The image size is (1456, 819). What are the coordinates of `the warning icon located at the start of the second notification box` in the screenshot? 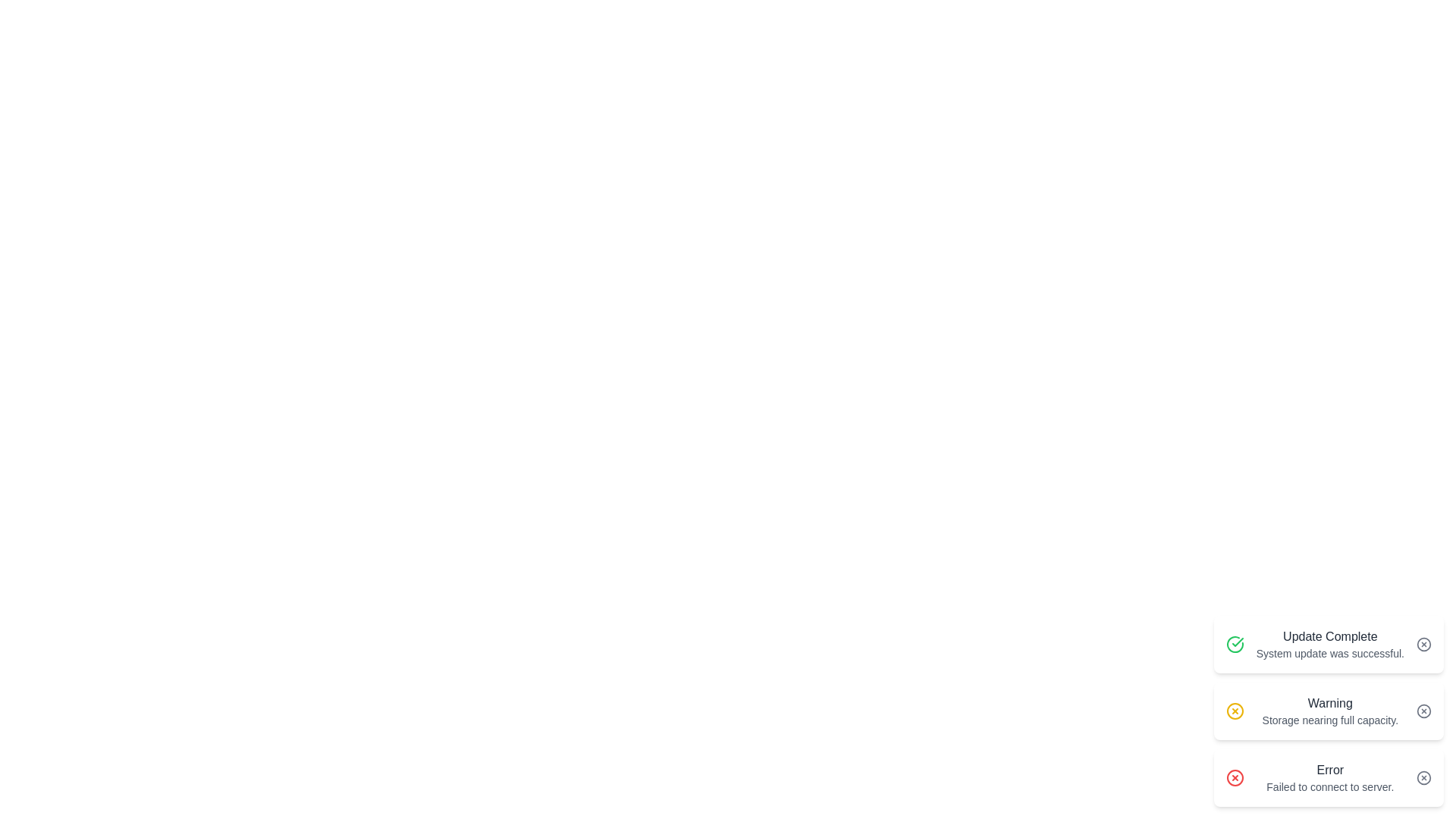 It's located at (1235, 711).